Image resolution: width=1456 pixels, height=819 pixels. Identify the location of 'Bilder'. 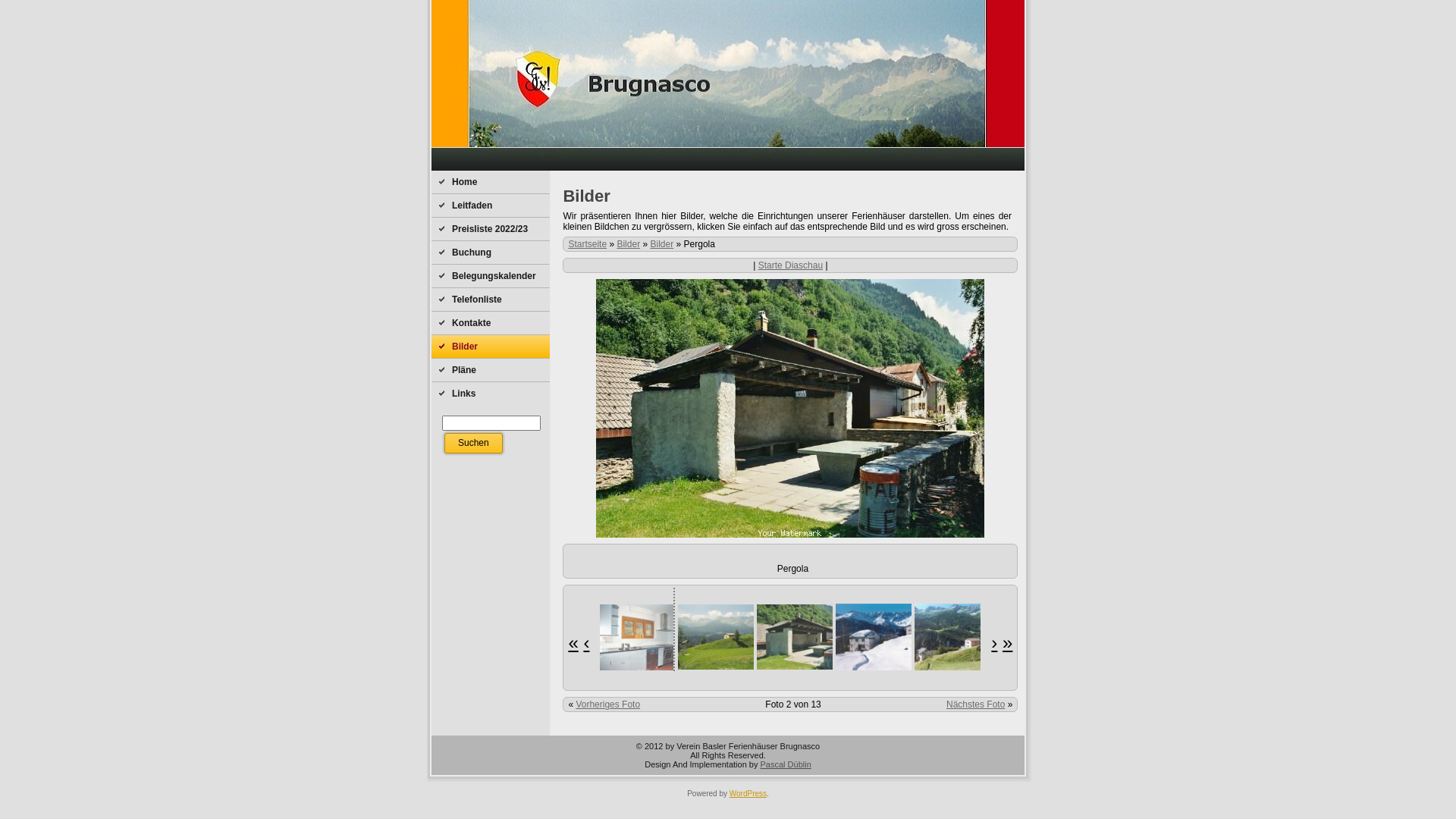
(662, 243).